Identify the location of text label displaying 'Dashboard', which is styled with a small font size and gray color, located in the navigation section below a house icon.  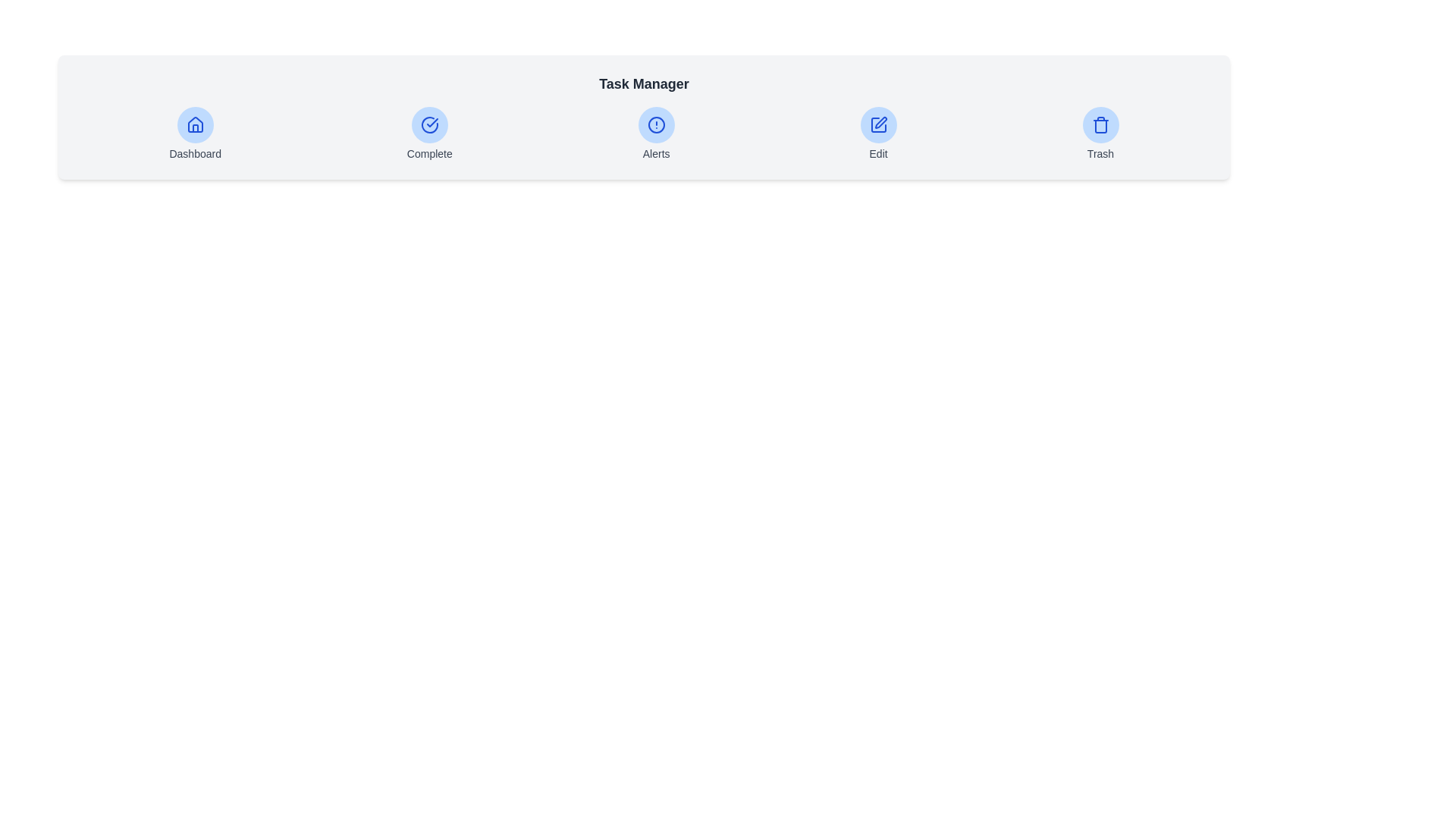
(194, 154).